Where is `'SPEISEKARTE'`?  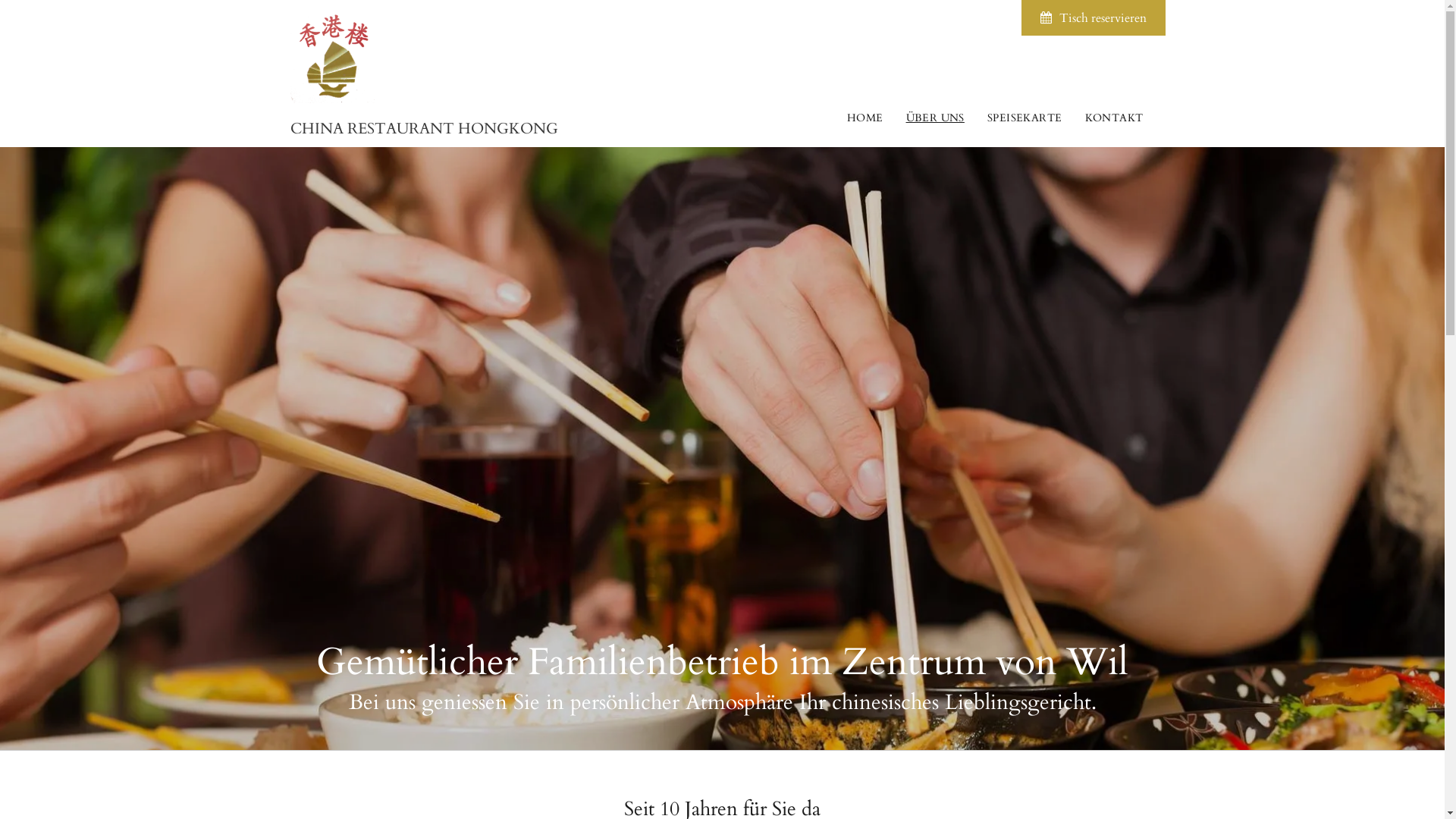 'SPEISEKARTE' is located at coordinates (1025, 117).